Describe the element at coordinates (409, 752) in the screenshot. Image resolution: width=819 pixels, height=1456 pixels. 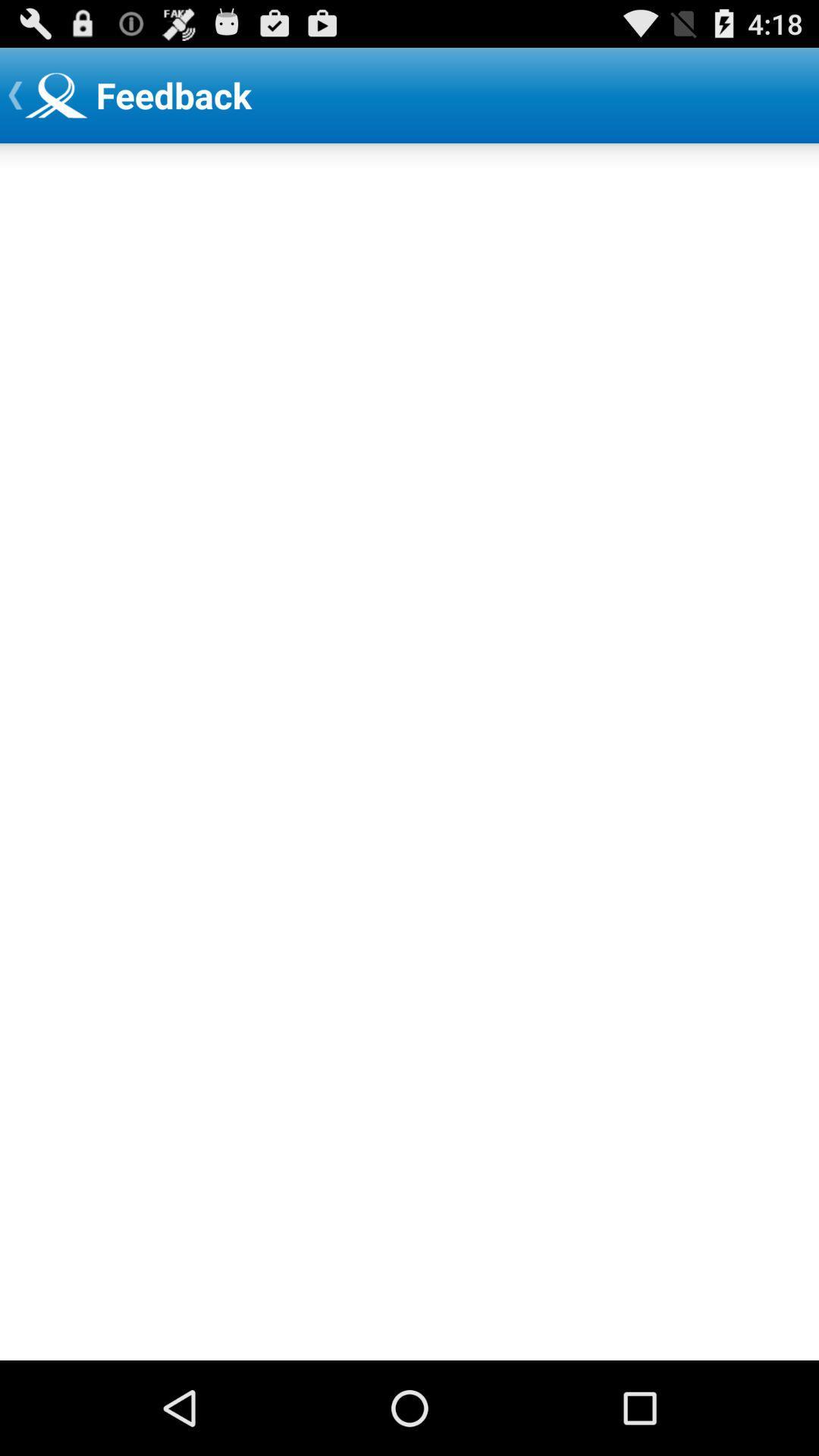
I see `item at the center` at that location.